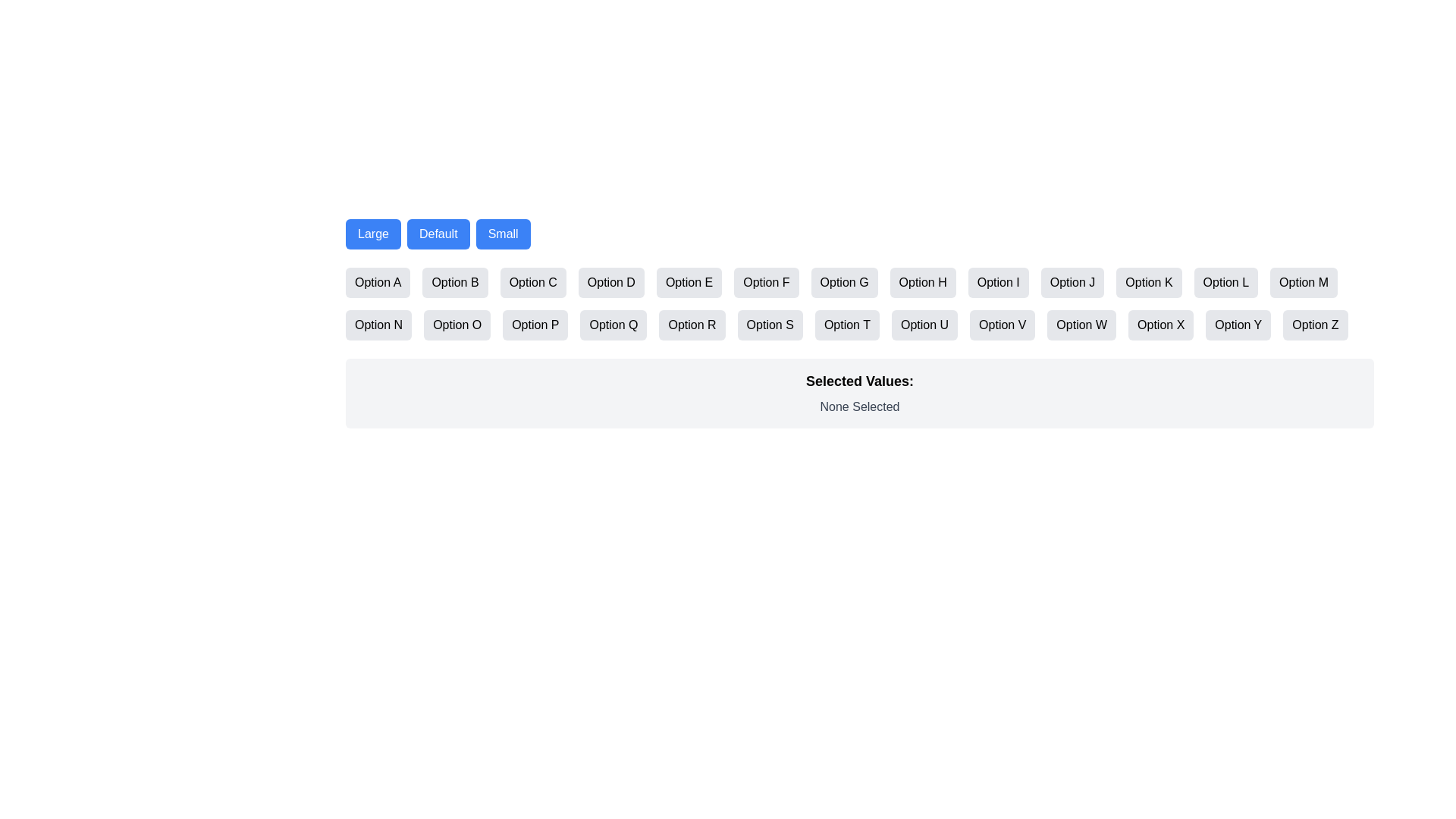 This screenshot has height=819, width=1456. I want to click on the button labeled 'Option U', which is a rectangular button with rounded corners and a gray background located in the second row, sixth position from the left in a grid of options, so click(924, 324).